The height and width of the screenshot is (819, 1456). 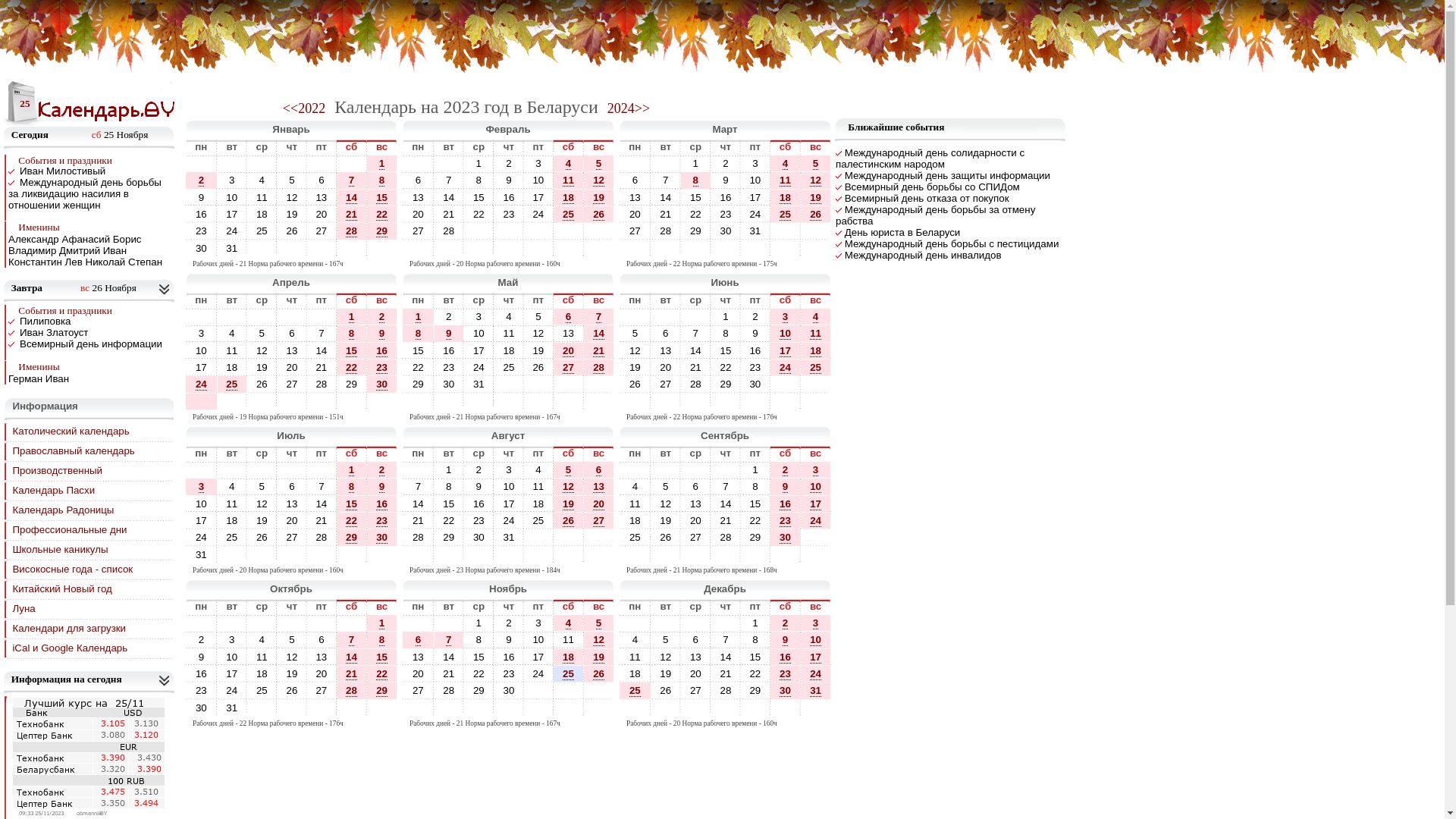 What do you see at coordinates (381, 214) in the screenshot?
I see `'22'` at bounding box center [381, 214].